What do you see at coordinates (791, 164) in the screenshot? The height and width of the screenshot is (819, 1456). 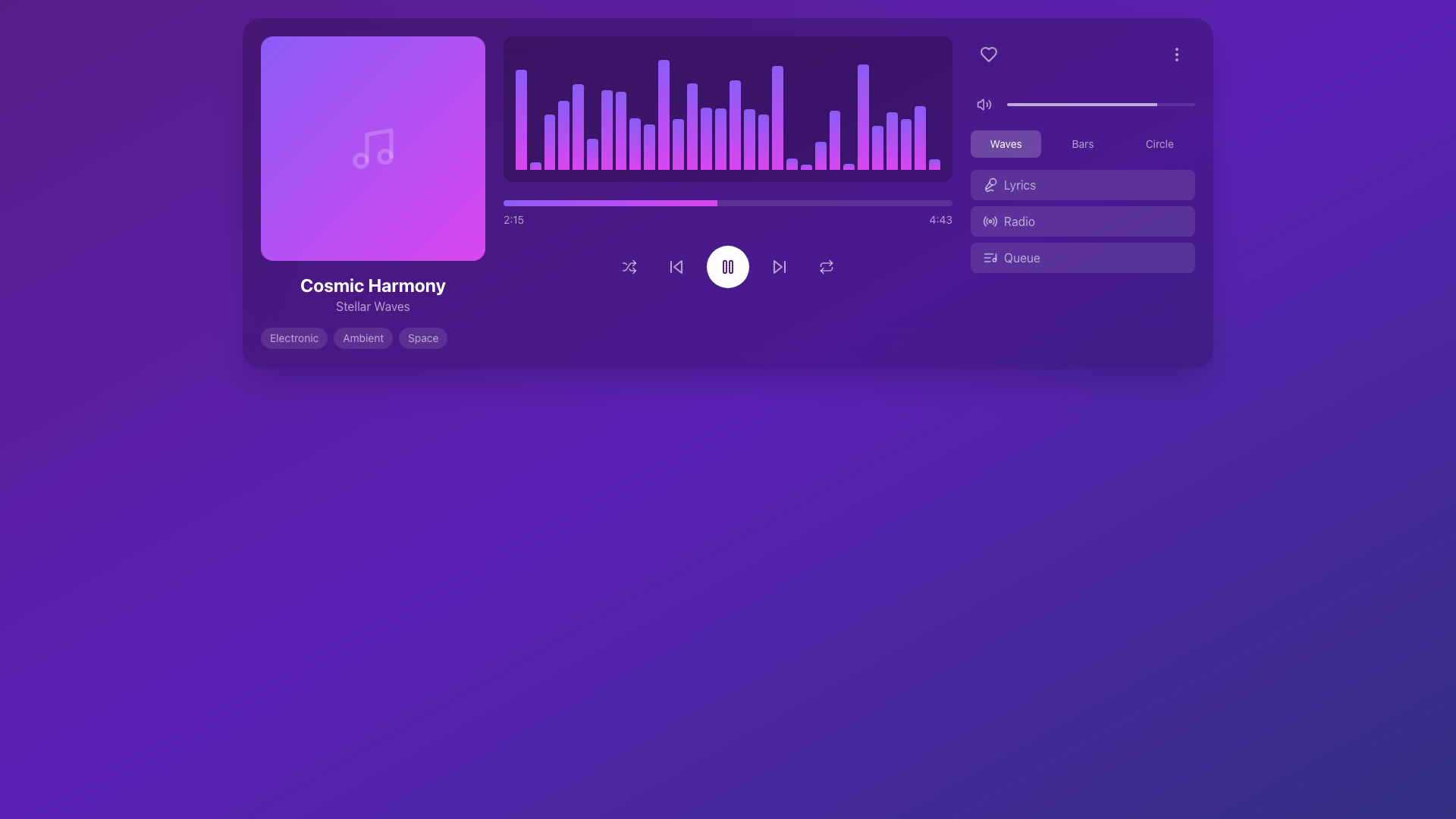 I see `the 19th vertical bar of the audio waveform display, which visually represents an audio signal's amplitude` at bounding box center [791, 164].